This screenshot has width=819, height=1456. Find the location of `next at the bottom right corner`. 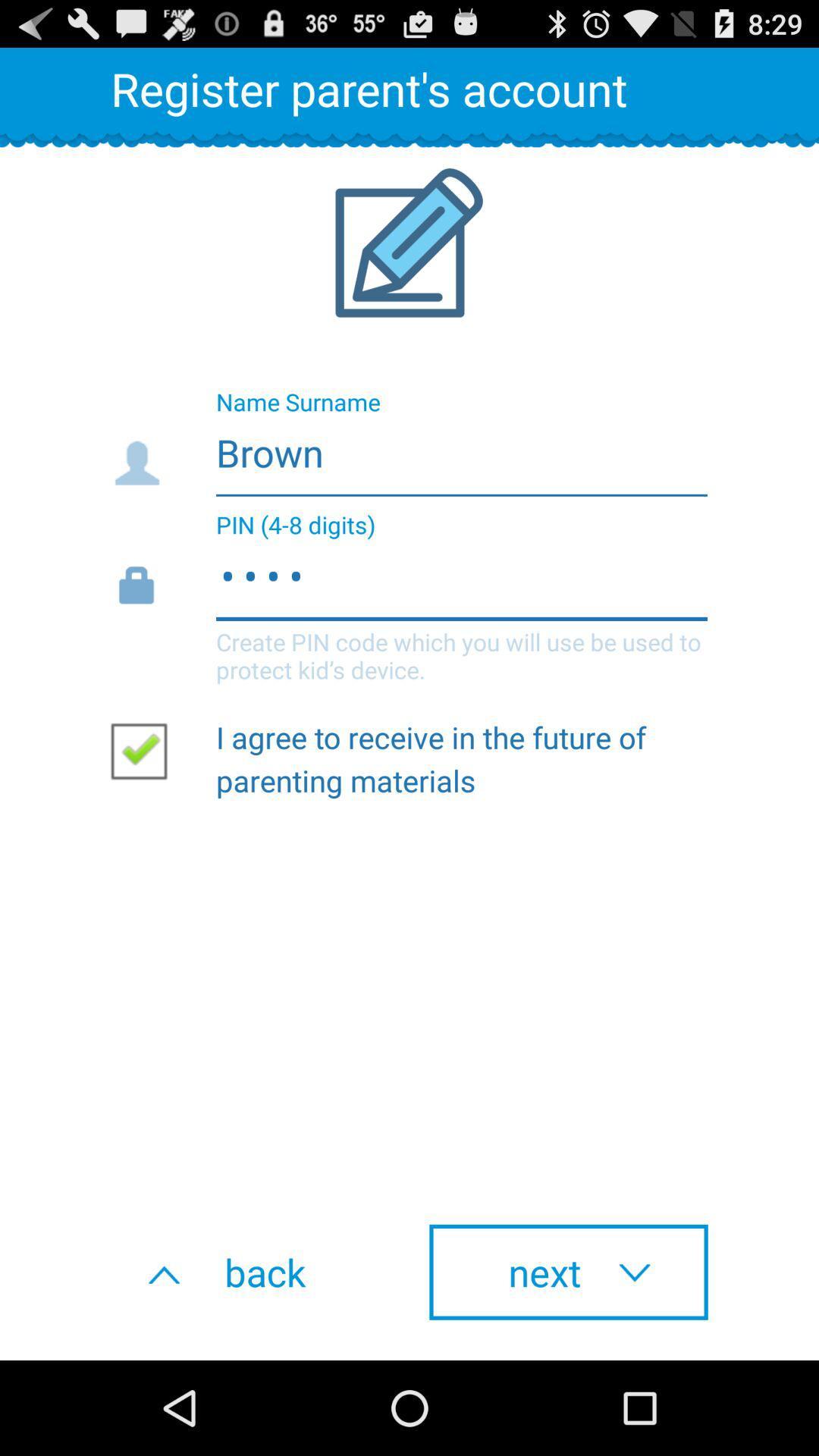

next at the bottom right corner is located at coordinates (568, 1272).